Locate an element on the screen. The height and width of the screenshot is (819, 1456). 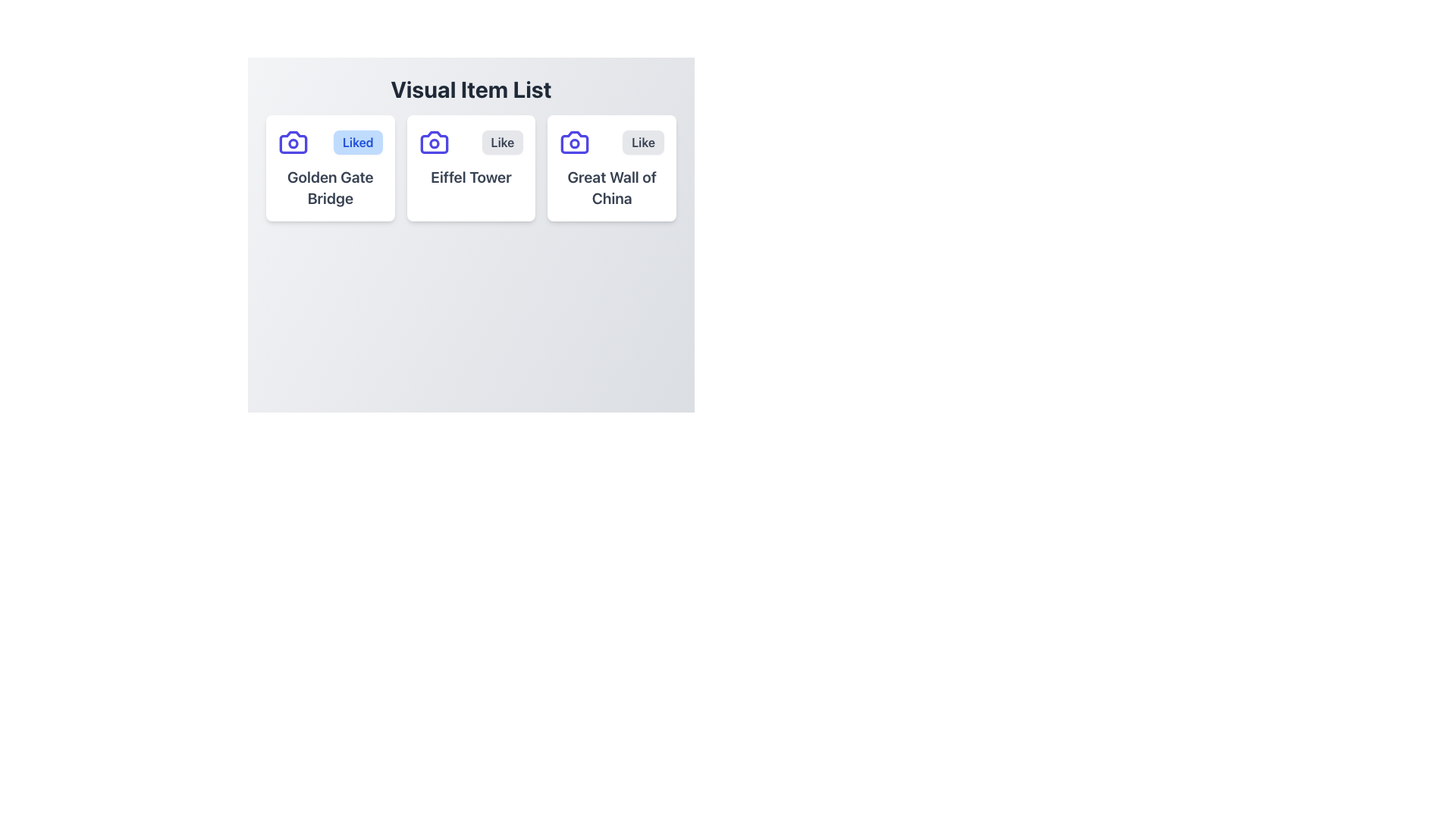
the 'like' button for the 'Golden Gate Bridge' item in the Visual Item List section to observe any hover effects is located at coordinates (329, 143).